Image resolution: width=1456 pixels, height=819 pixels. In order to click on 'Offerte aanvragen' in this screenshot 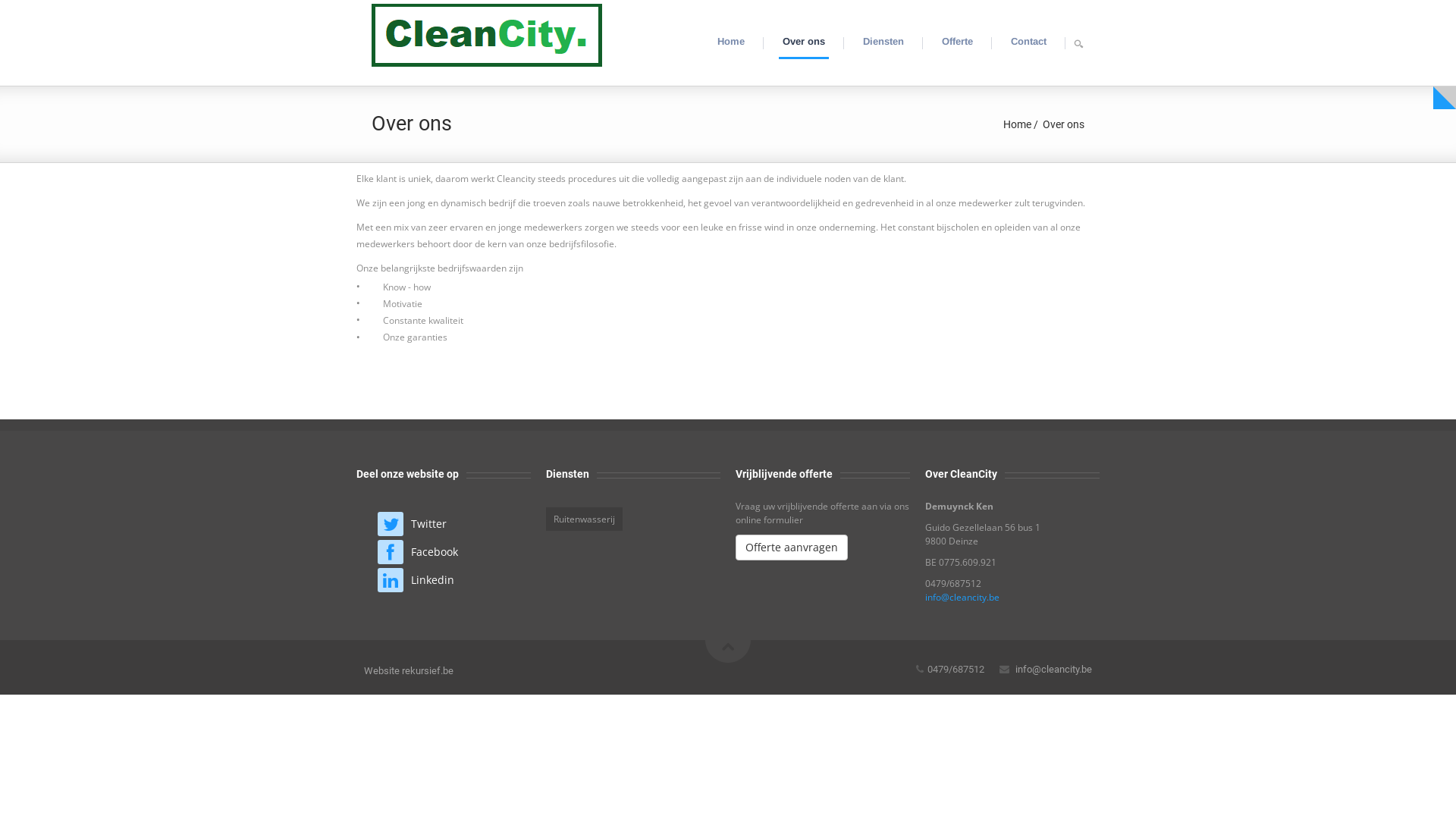, I will do `click(790, 547)`.